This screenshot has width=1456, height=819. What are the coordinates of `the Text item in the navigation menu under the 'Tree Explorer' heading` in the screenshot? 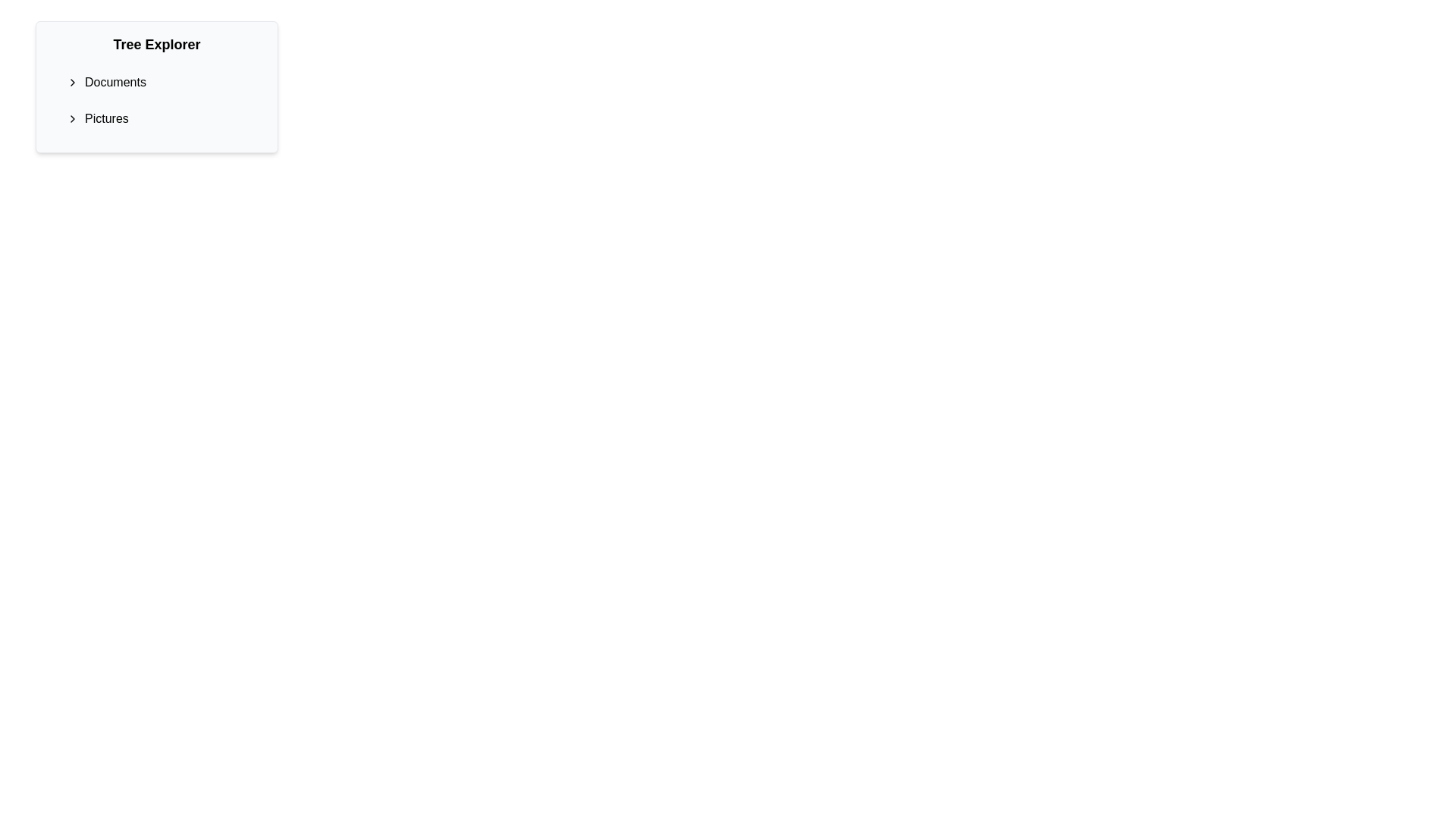 It's located at (115, 82).